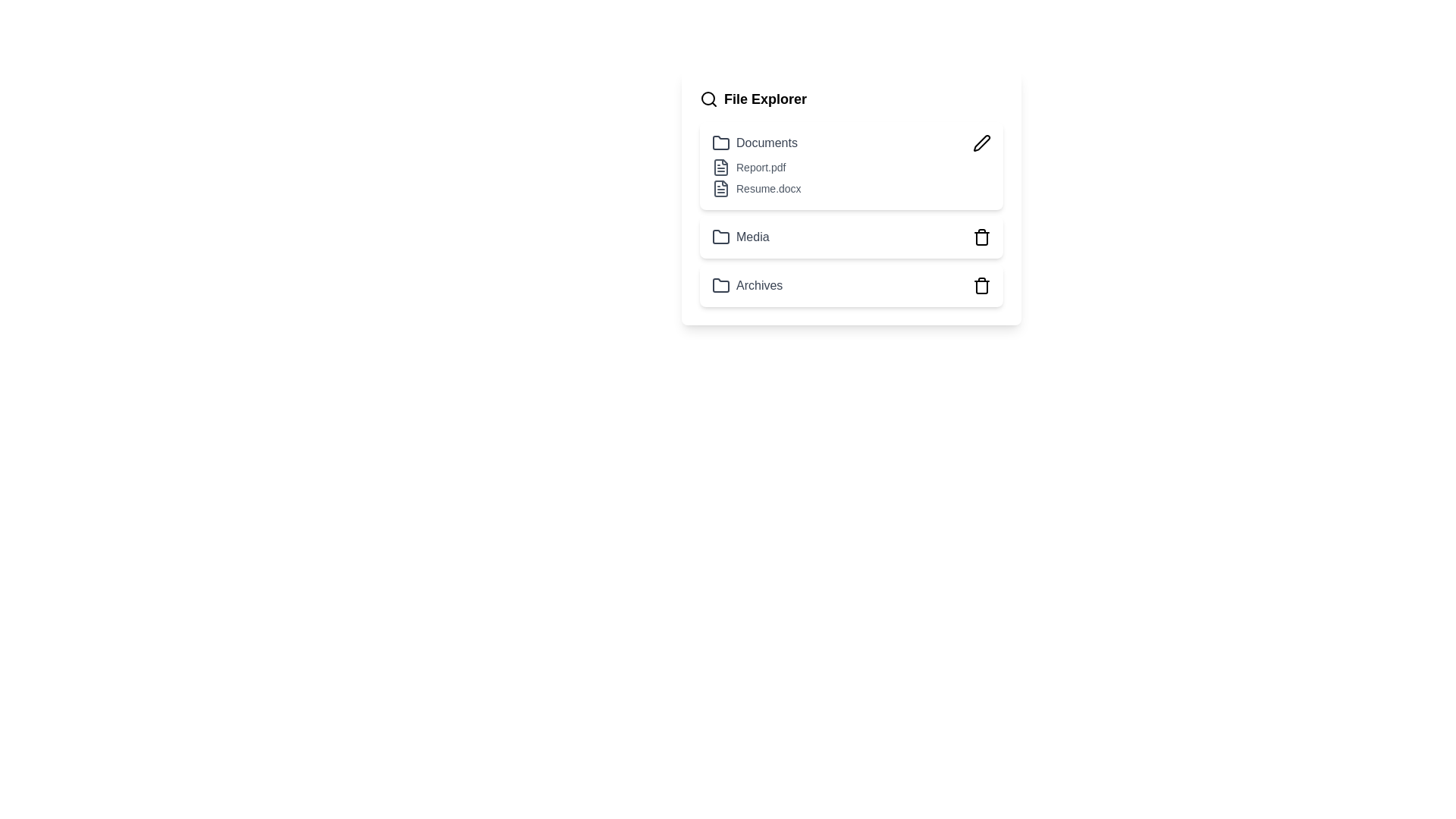 This screenshot has width=1456, height=819. What do you see at coordinates (720, 143) in the screenshot?
I see `the folder-shaped icon adjacent to the 'Documents' label in the 'File Explorer' section` at bounding box center [720, 143].